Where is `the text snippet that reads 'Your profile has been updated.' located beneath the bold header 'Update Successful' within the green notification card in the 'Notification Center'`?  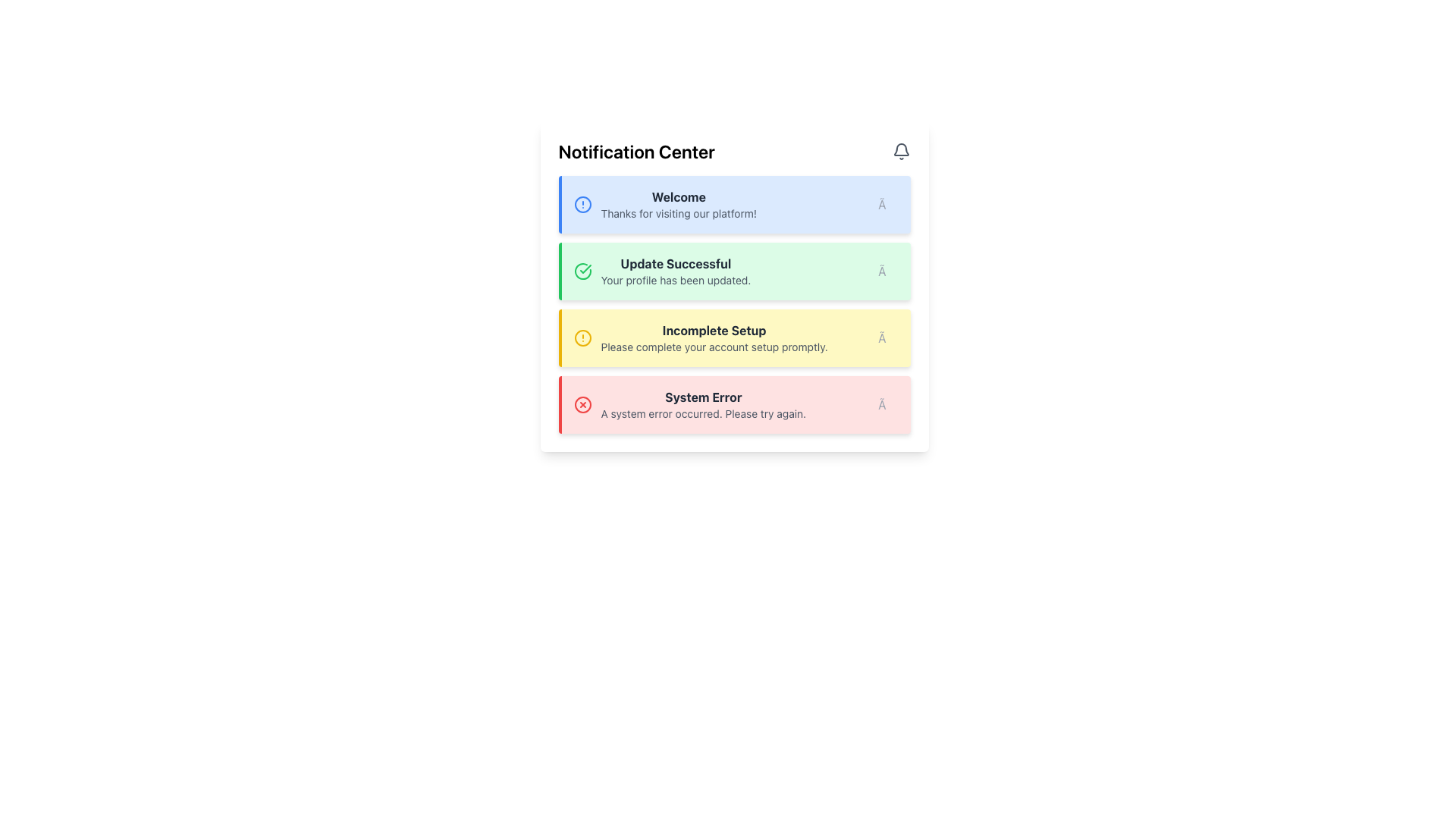 the text snippet that reads 'Your profile has been updated.' located beneath the bold header 'Update Successful' within the green notification card in the 'Notification Center' is located at coordinates (675, 281).